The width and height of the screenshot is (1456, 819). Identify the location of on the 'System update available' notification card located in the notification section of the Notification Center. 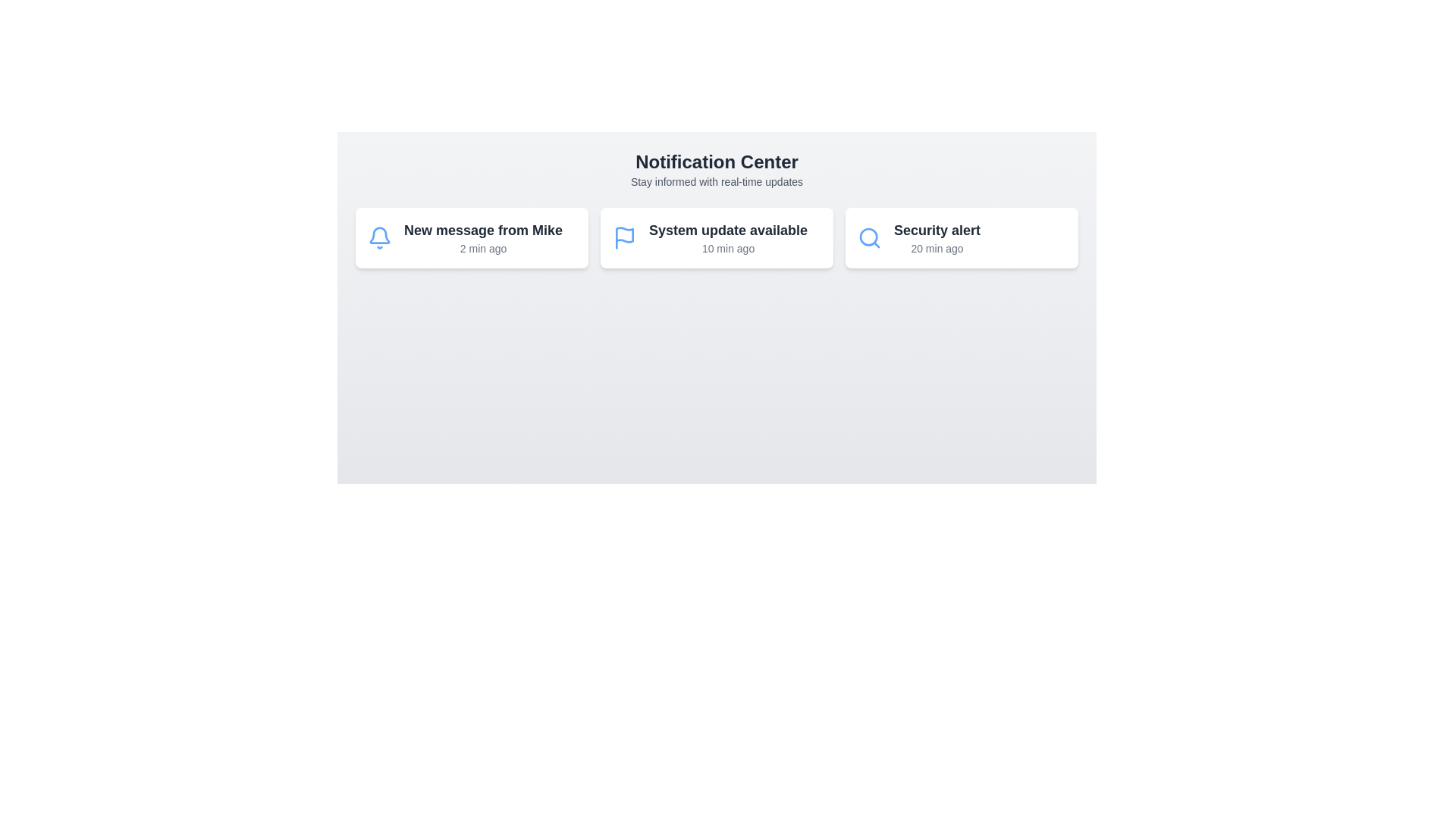
(716, 237).